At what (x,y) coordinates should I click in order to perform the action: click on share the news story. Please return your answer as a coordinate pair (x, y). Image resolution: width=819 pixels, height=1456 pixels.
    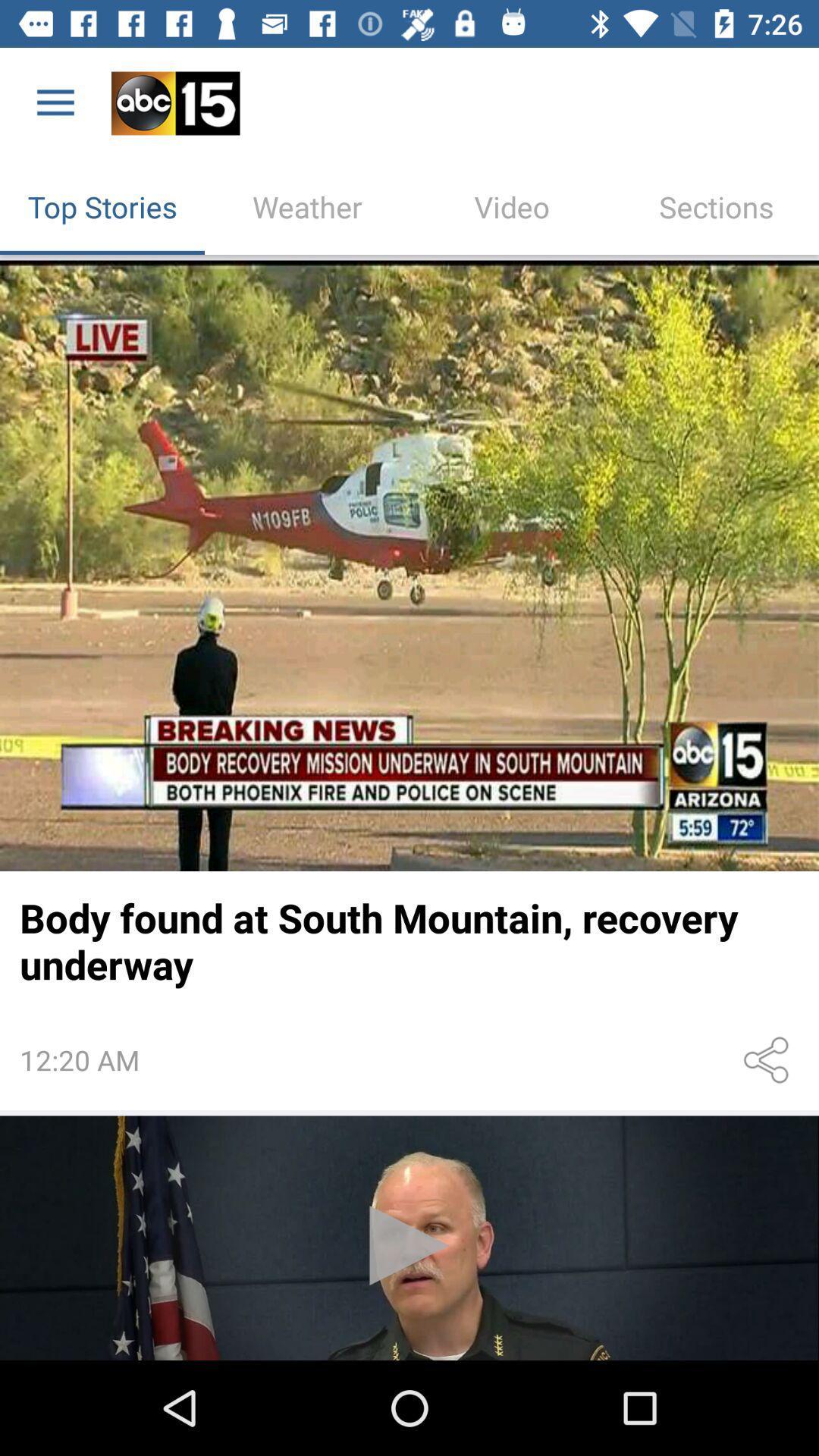
    Looking at the image, I should click on (769, 1059).